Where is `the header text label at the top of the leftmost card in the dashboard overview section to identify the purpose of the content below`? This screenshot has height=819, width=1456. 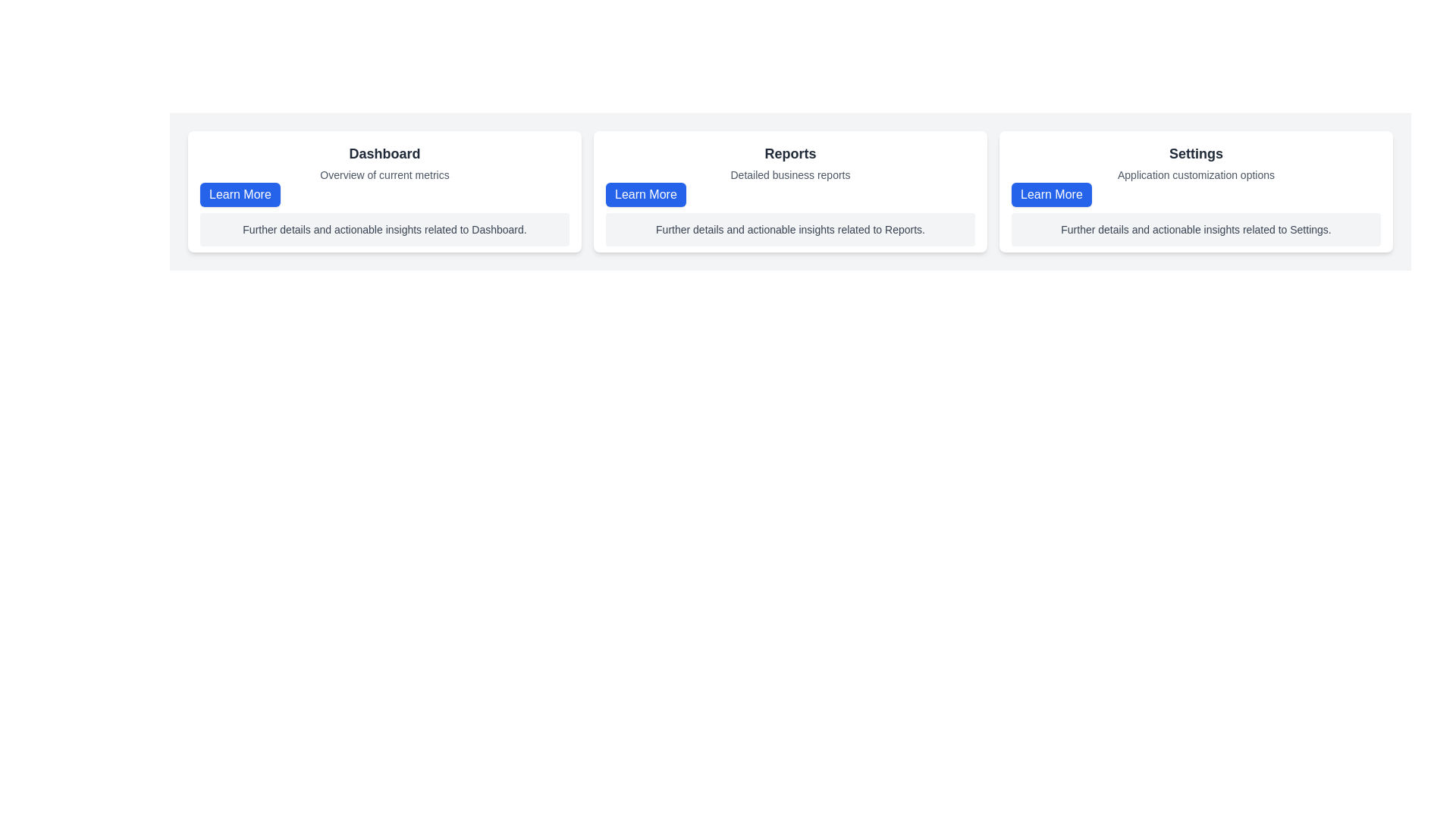 the header text label at the top of the leftmost card in the dashboard overview section to identify the purpose of the content below is located at coordinates (384, 154).